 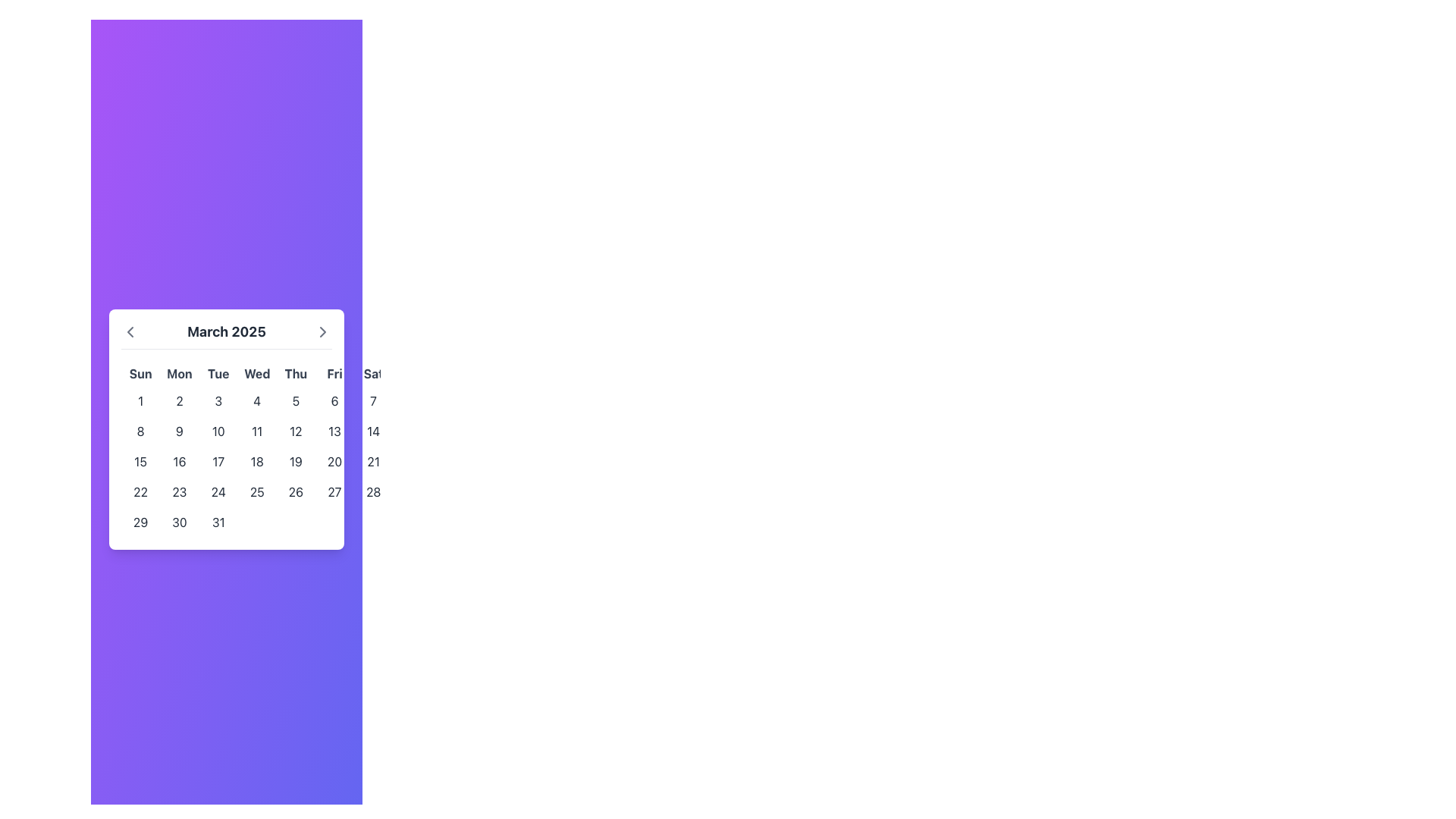 What do you see at coordinates (179, 460) in the screenshot?
I see `the clickable text displaying the number '16' located near the bottom of the calendar widget` at bounding box center [179, 460].